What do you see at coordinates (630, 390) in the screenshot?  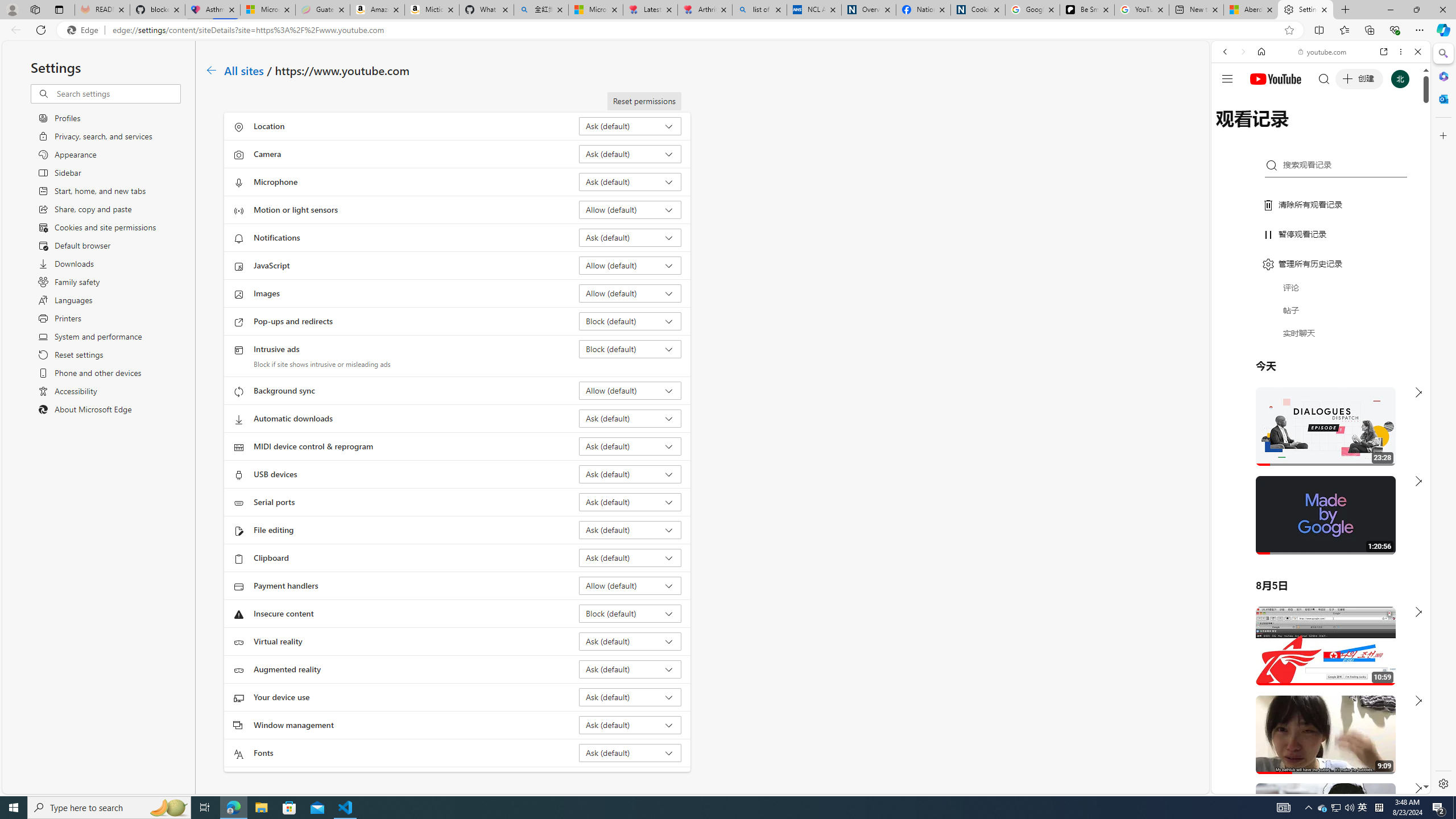 I see `'Background sync Allow (default)'` at bounding box center [630, 390].